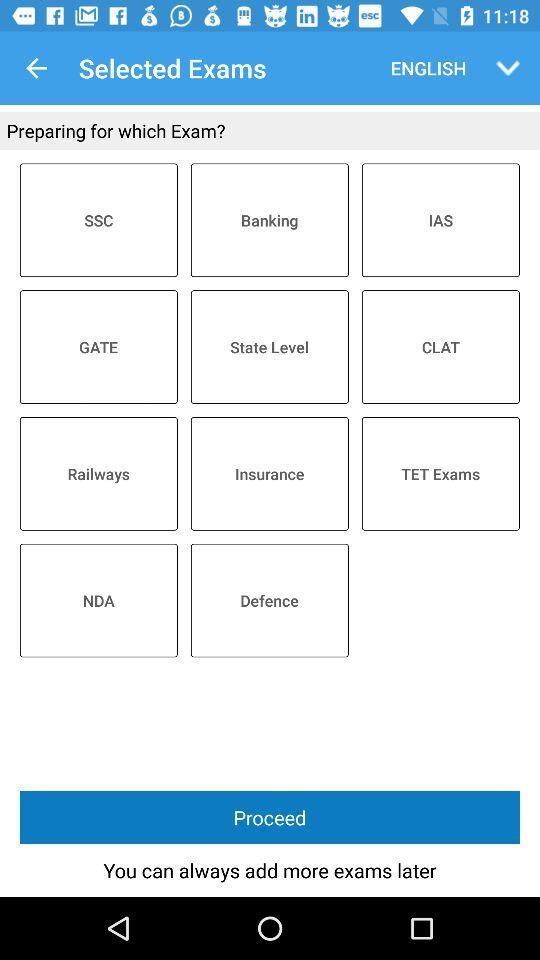 This screenshot has height=960, width=540. What do you see at coordinates (36, 68) in the screenshot?
I see `the app to the left of the selected exams item` at bounding box center [36, 68].